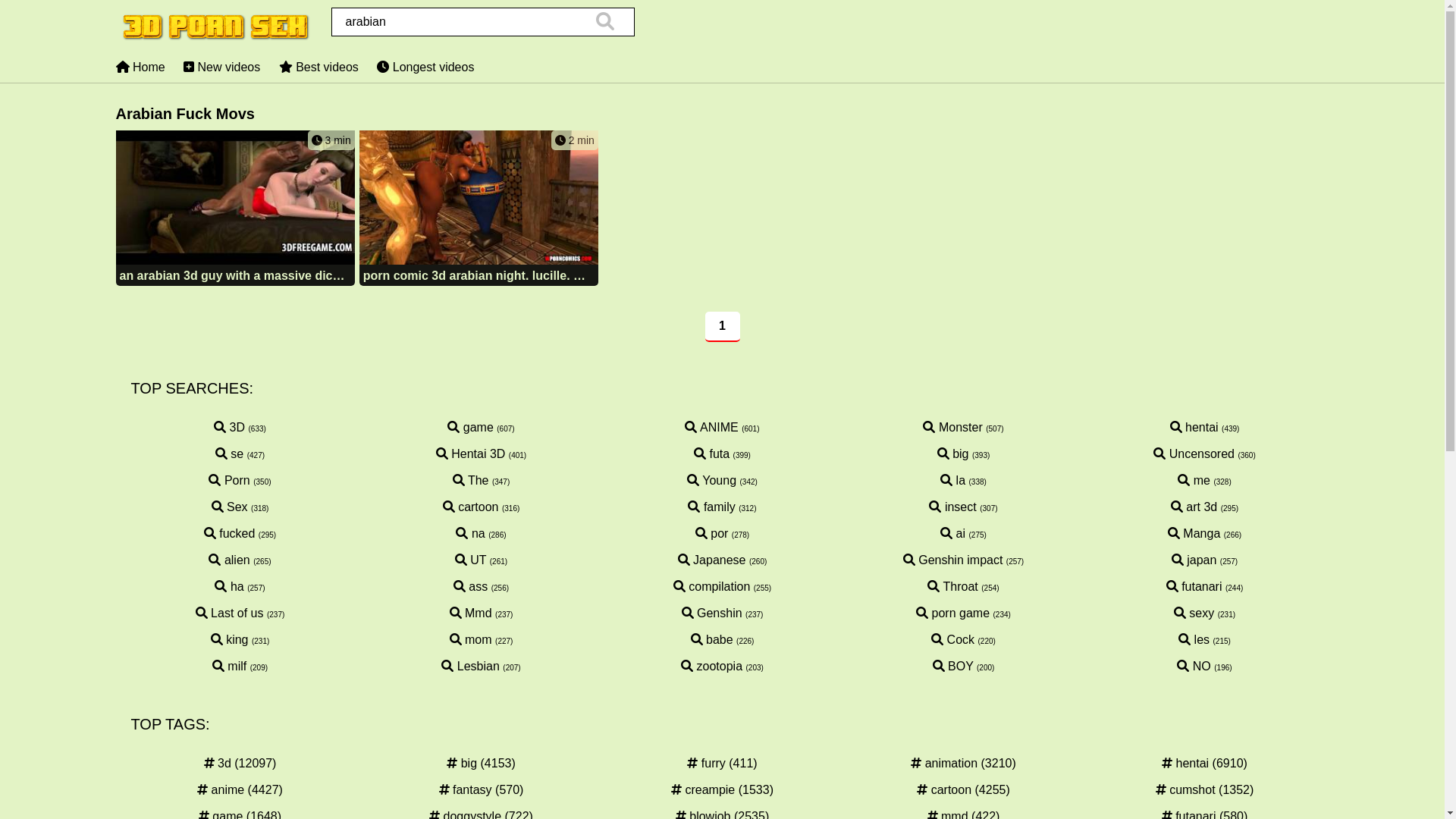  What do you see at coordinates (1193, 532) in the screenshot?
I see `'Manga'` at bounding box center [1193, 532].